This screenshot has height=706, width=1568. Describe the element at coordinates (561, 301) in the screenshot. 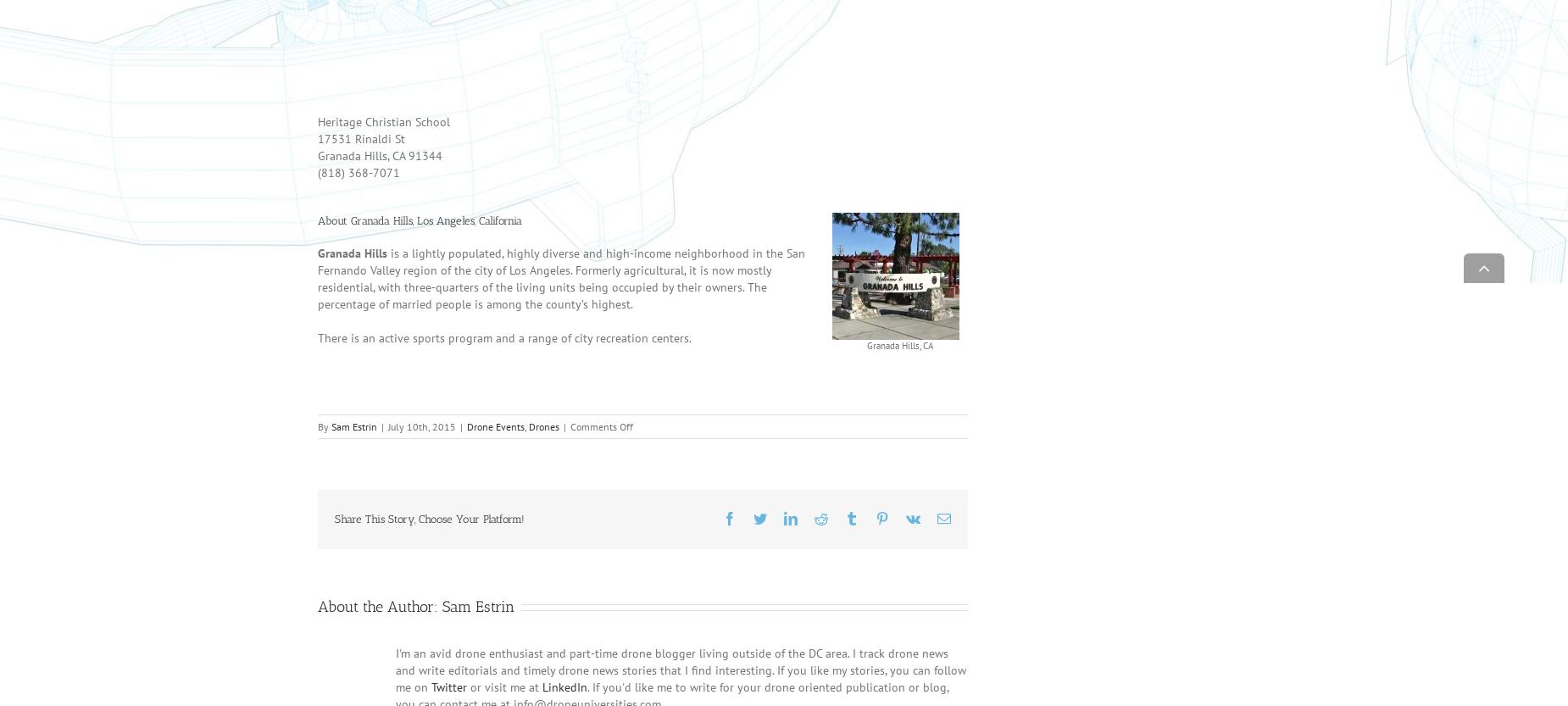

I see `'is a lightly populated, highly diverse and high-income neighborhood in the San Fernando Valley region of the city of Los Angeles. Formerly agricultural, it is now mostly residential, with three-quarters of the living units being occupied by their owners. The percentage of married people is among the county’s highest.'` at that location.